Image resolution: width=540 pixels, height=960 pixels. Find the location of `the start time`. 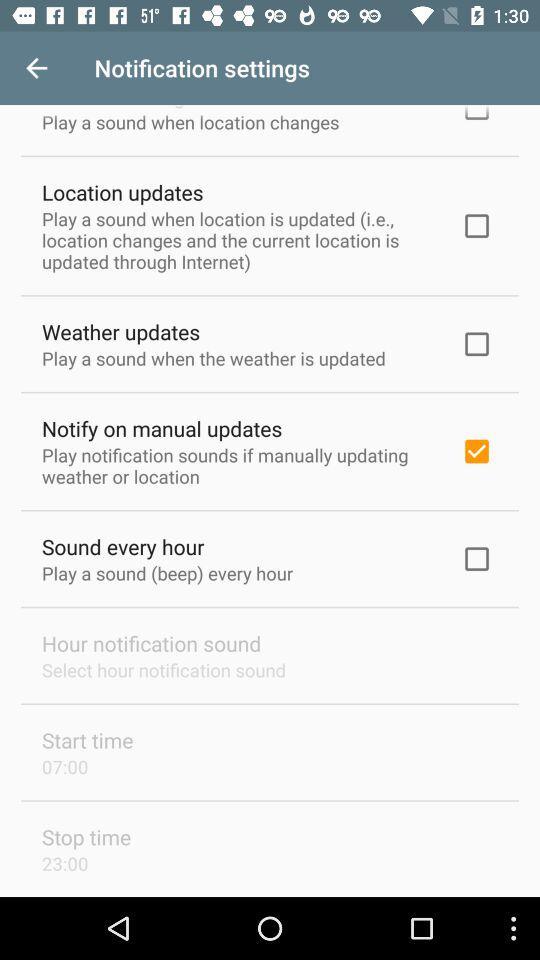

the start time is located at coordinates (86, 739).